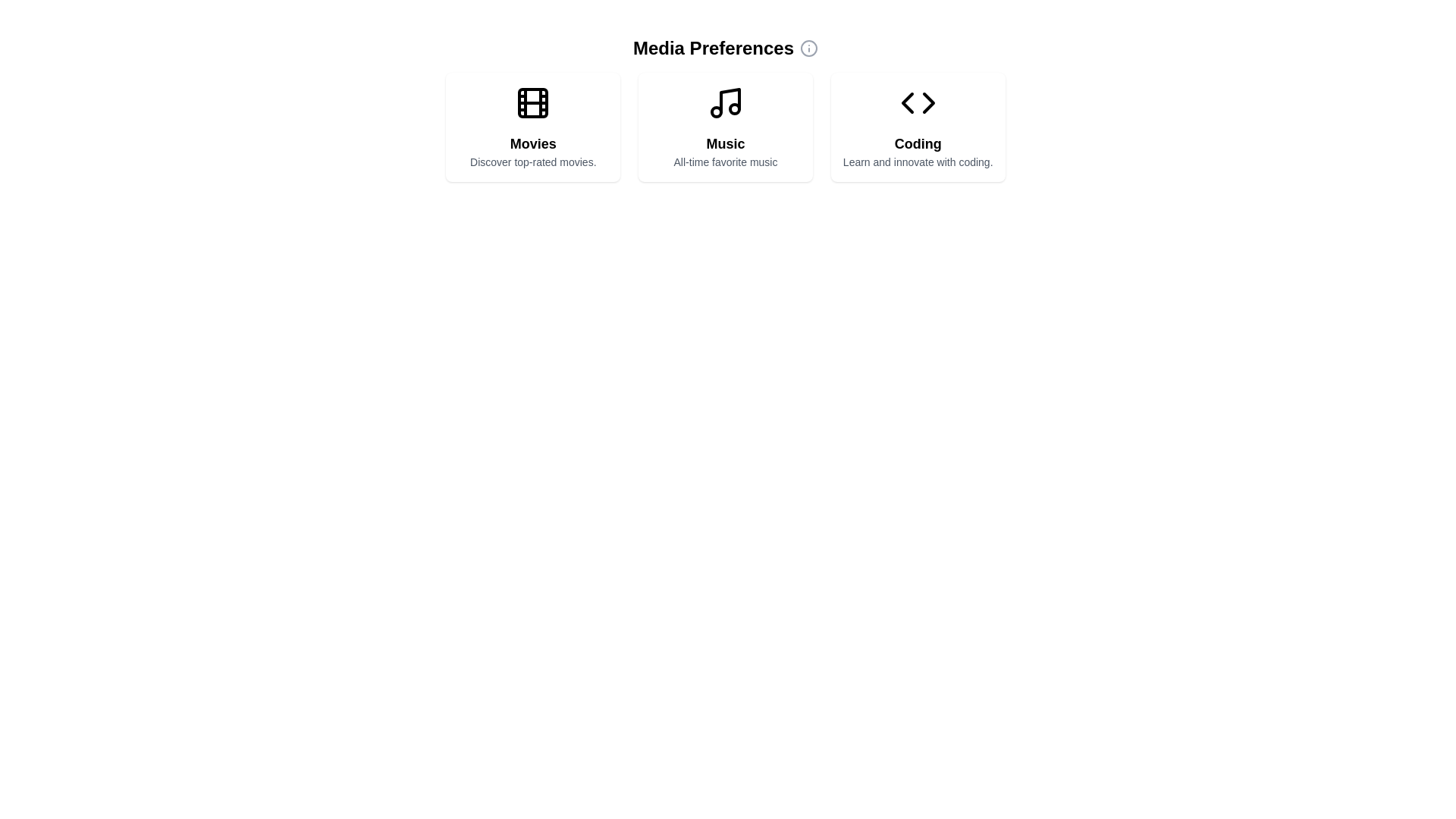 The width and height of the screenshot is (1456, 819). I want to click on the decorative element that represents the film reel icon in the 'Movies' preference option, located at the center of the icon, so click(533, 102).